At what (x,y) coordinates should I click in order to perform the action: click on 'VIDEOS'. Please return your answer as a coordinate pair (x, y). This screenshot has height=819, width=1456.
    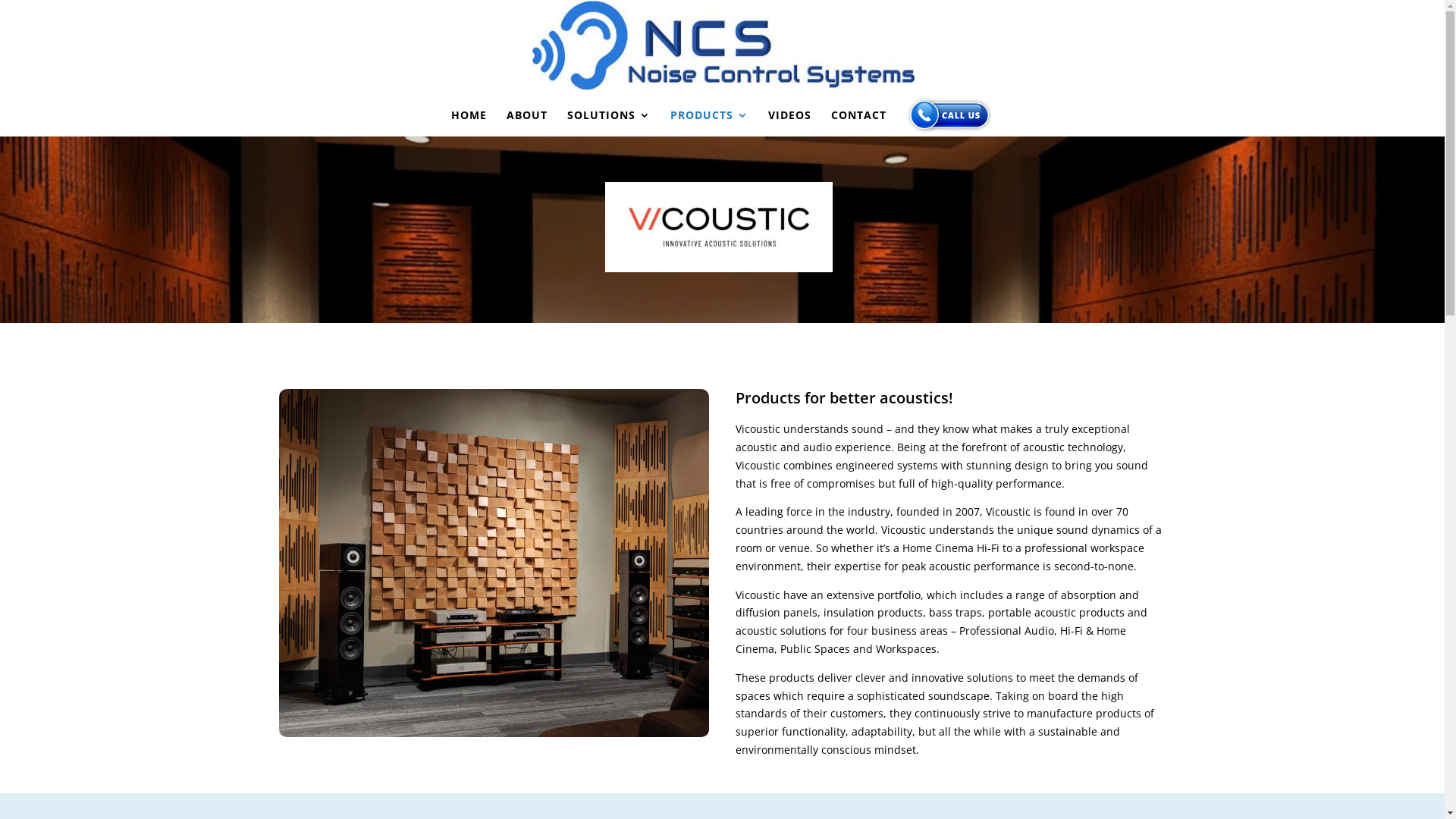
    Looking at the image, I should click on (767, 122).